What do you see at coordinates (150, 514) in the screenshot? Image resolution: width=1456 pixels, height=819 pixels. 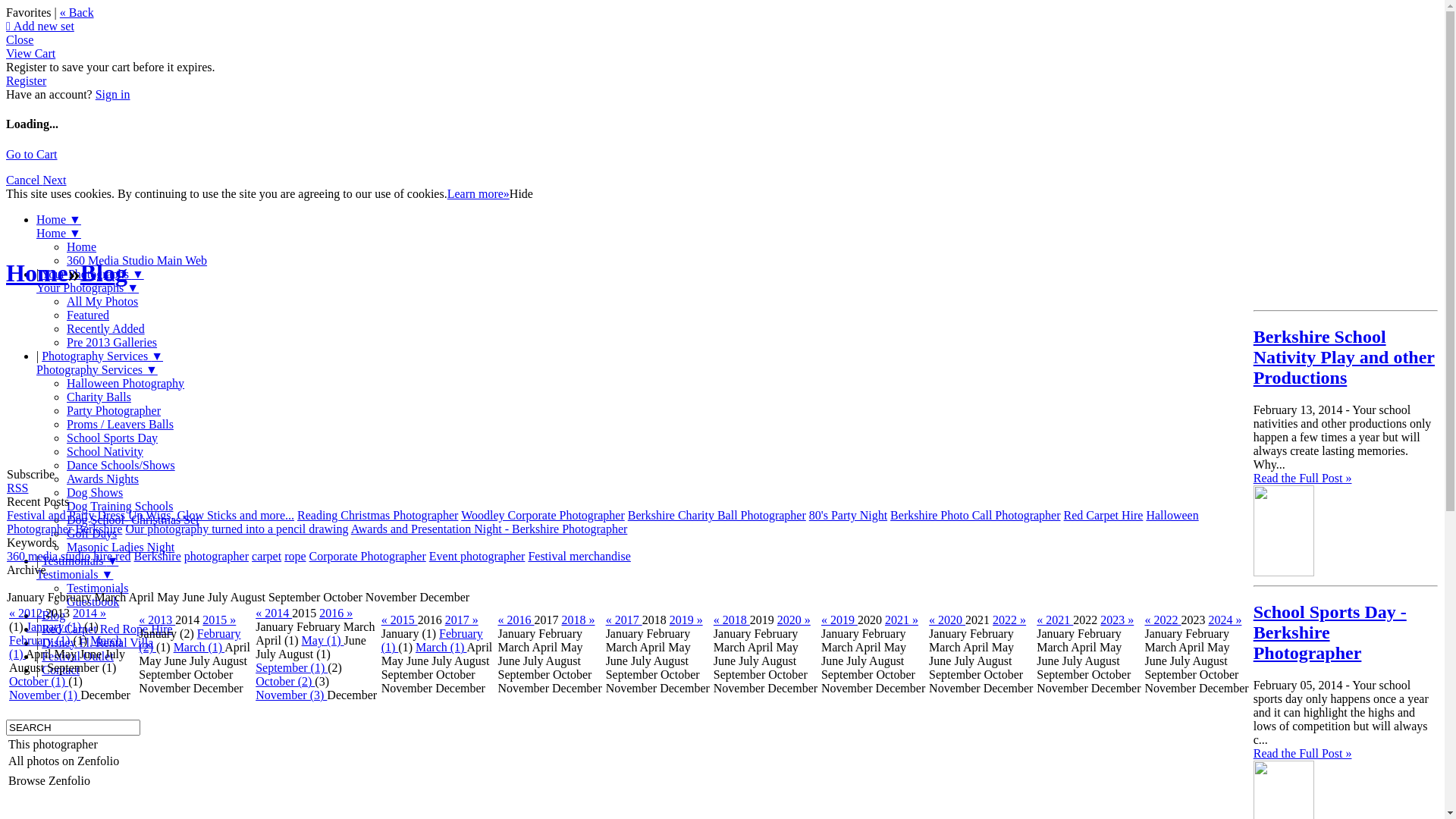 I see `'Festival and Party Dress Up Wigs, Glow Sticks and more...'` at bounding box center [150, 514].